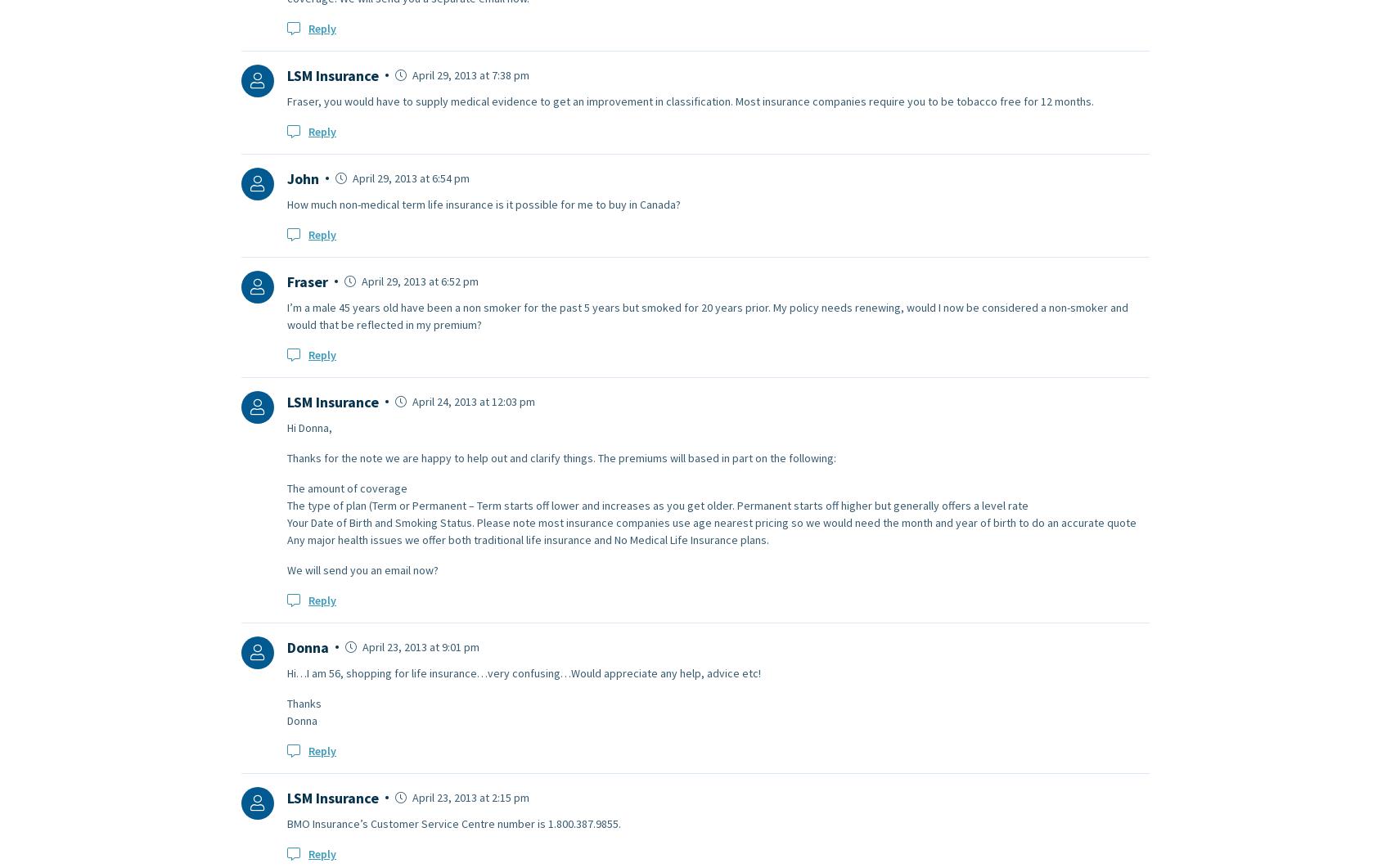 This screenshot has width=1391, height=868. What do you see at coordinates (419, 280) in the screenshot?
I see `'April 29, 2013 at 6:52 pm'` at bounding box center [419, 280].